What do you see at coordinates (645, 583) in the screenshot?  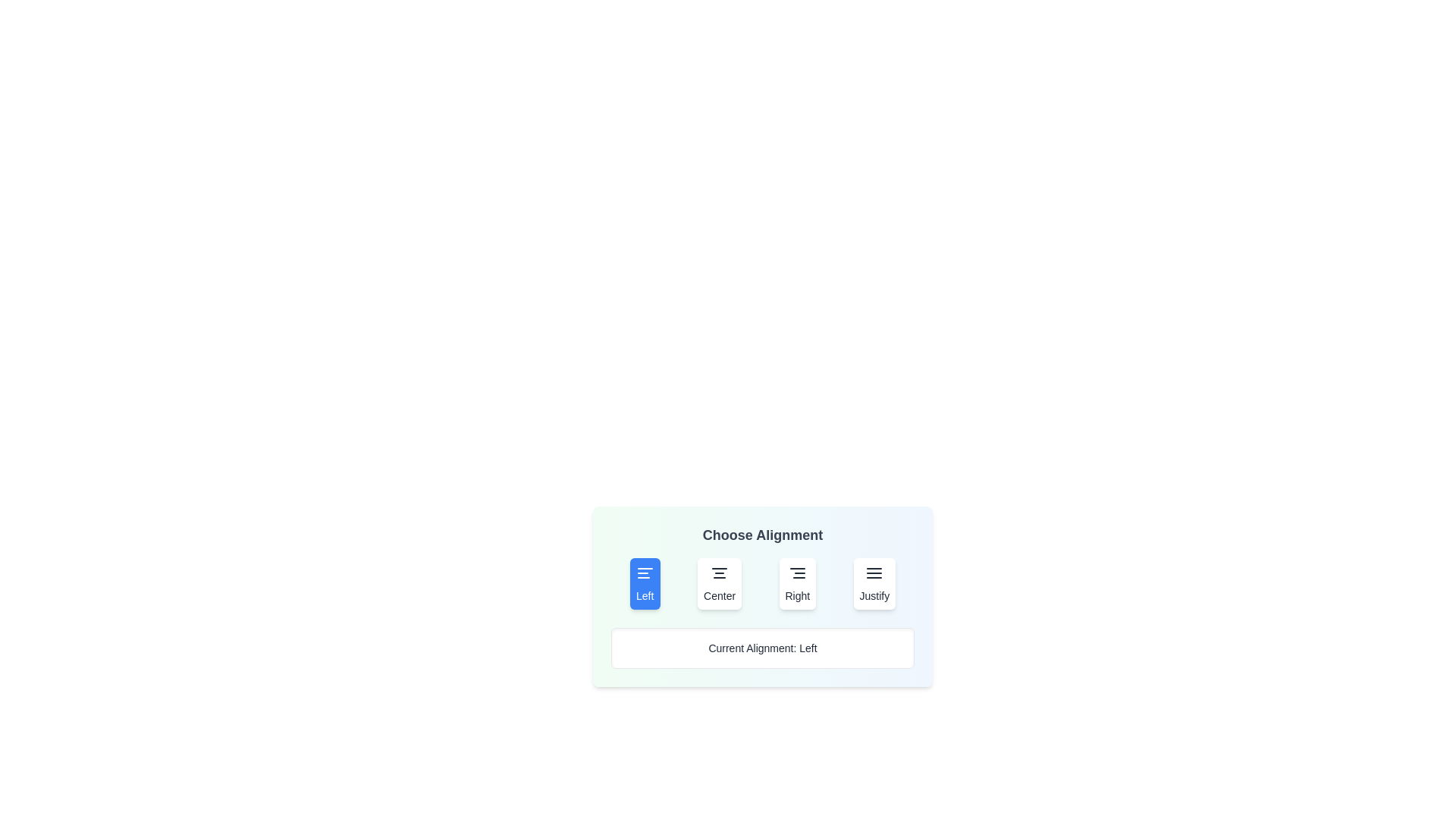 I see `the button labeled Left to observe its hover effect` at bounding box center [645, 583].